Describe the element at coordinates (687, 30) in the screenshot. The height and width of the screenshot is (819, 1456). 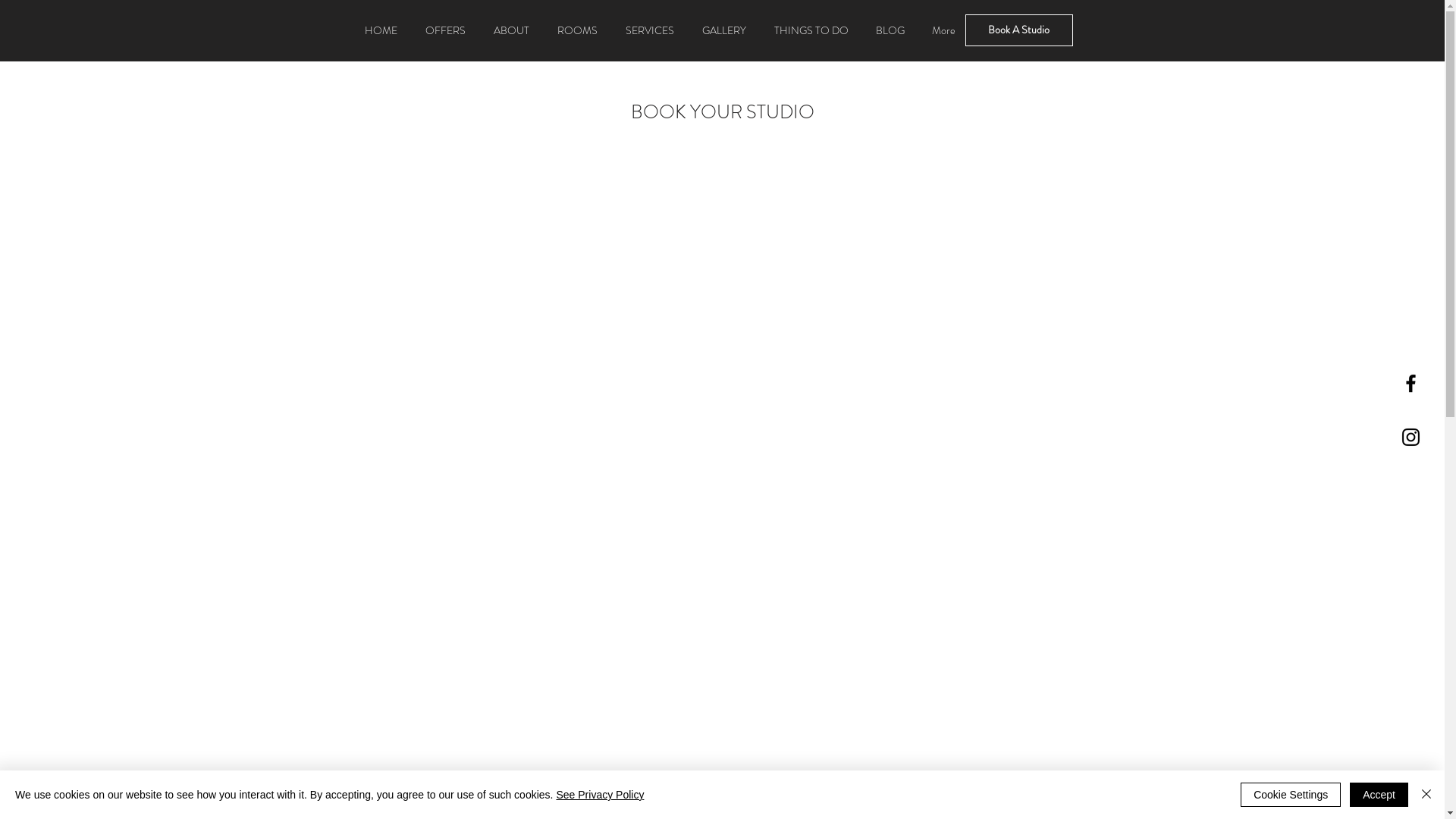
I see `'GALLERY'` at that location.